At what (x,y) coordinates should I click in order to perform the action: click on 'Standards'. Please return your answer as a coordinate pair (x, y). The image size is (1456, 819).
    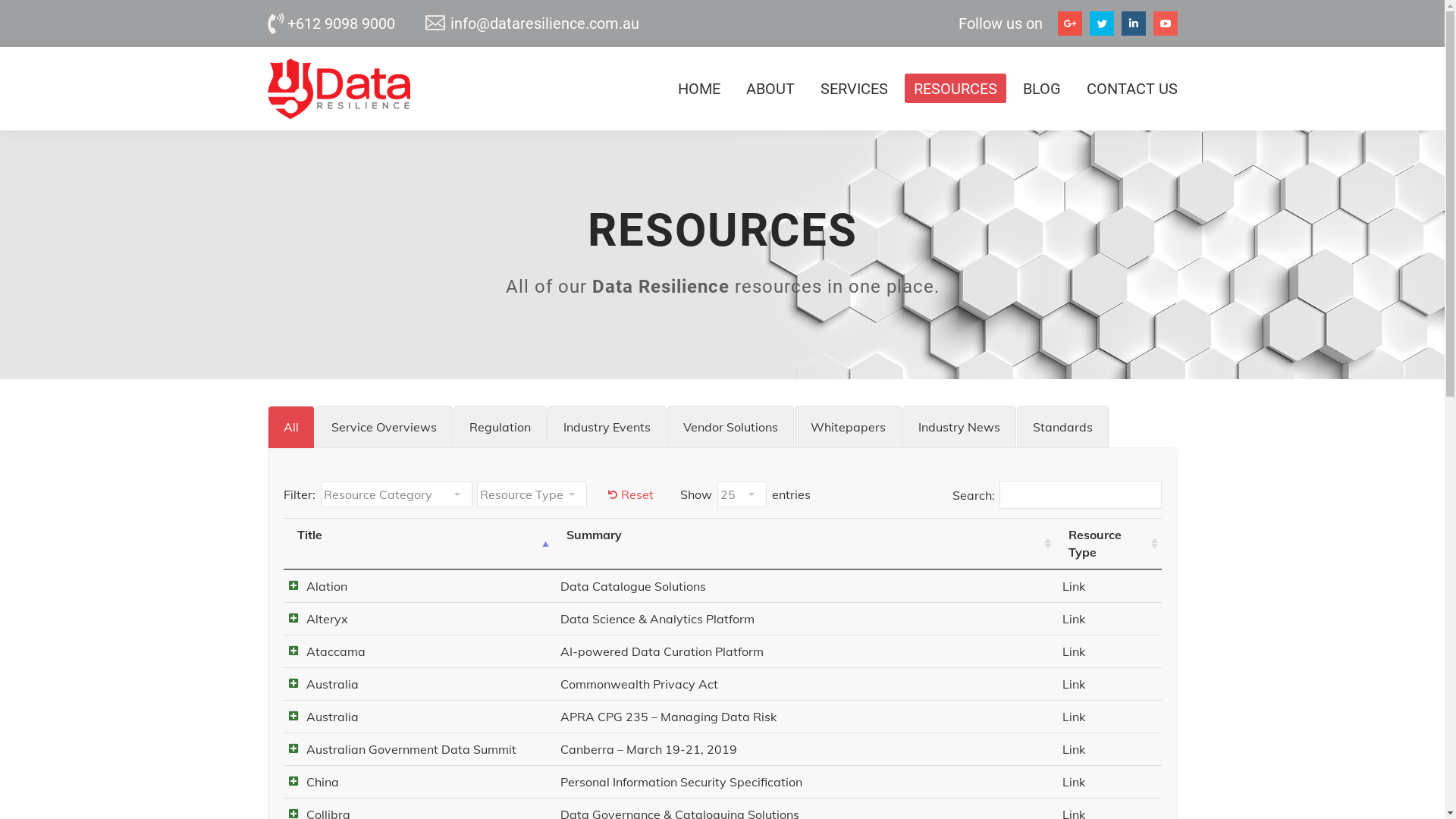
    Looking at the image, I should click on (1061, 427).